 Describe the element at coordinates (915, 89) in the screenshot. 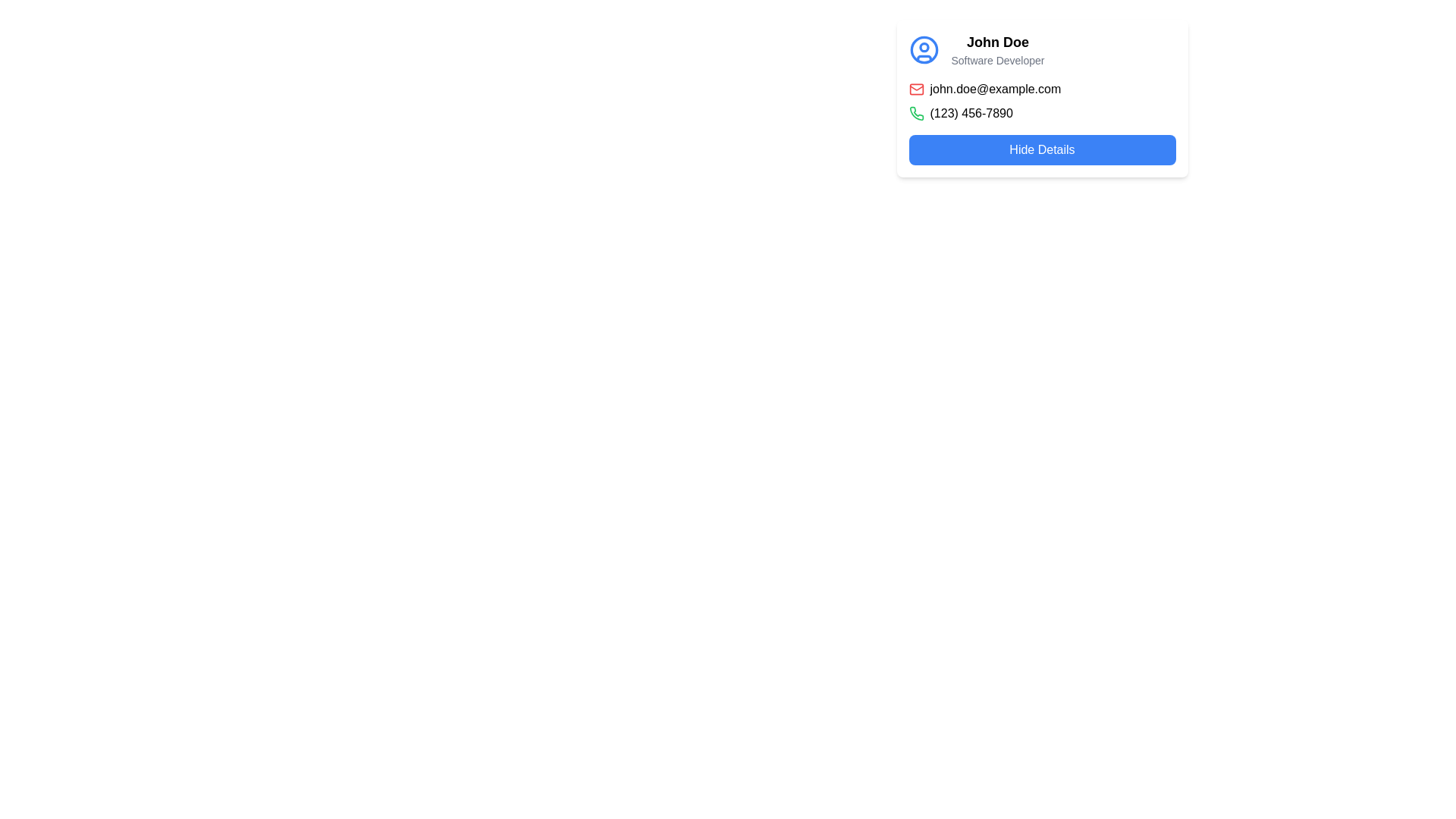

I see `the red-colored envelope icon representing an email, located to the left of the email address 'john.doe@example.com'` at that location.